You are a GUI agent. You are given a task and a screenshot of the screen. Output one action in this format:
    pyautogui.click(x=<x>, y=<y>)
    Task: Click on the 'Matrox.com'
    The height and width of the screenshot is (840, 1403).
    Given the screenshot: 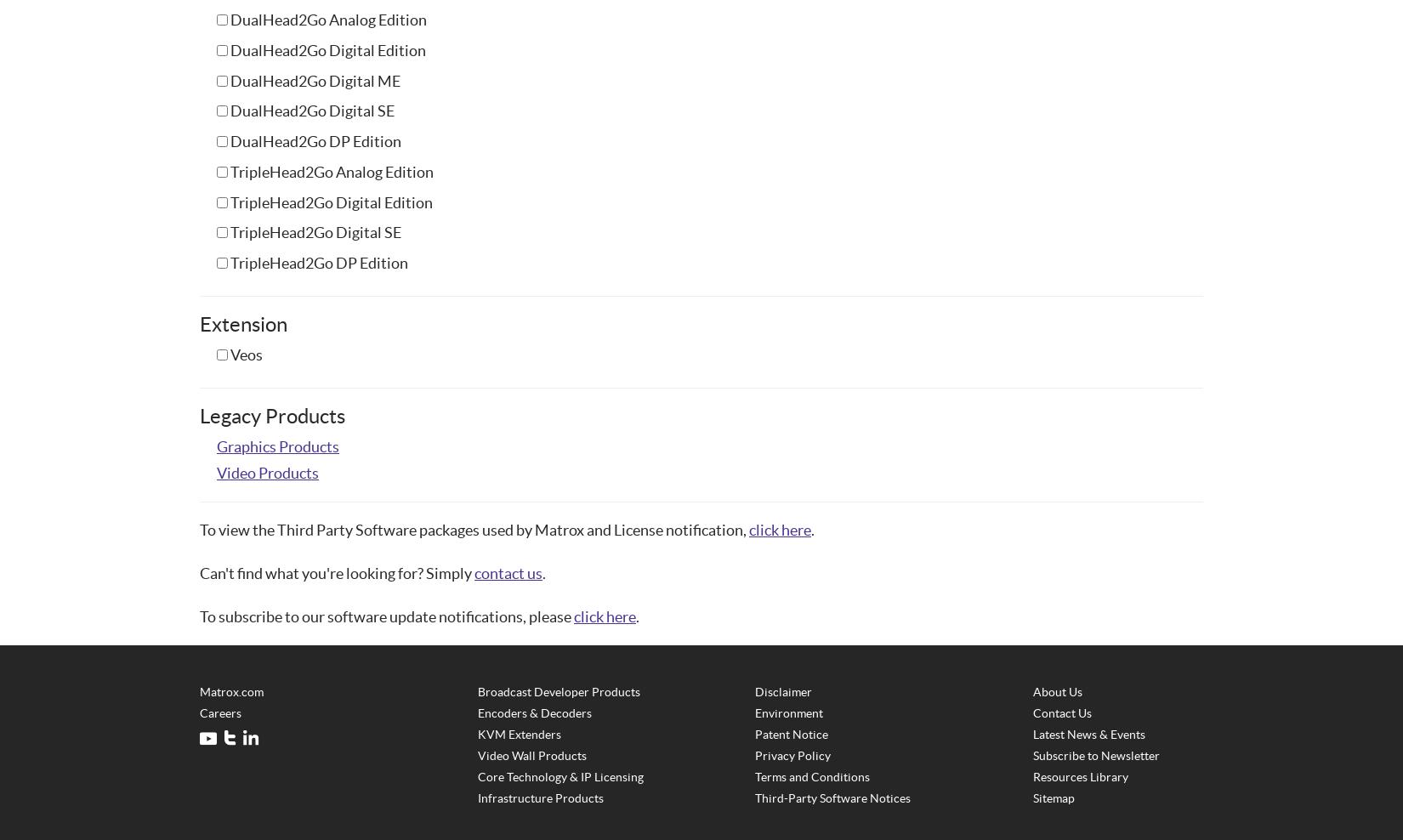 What is the action you would take?
    pyautogui.click(x=231, y=692)
    